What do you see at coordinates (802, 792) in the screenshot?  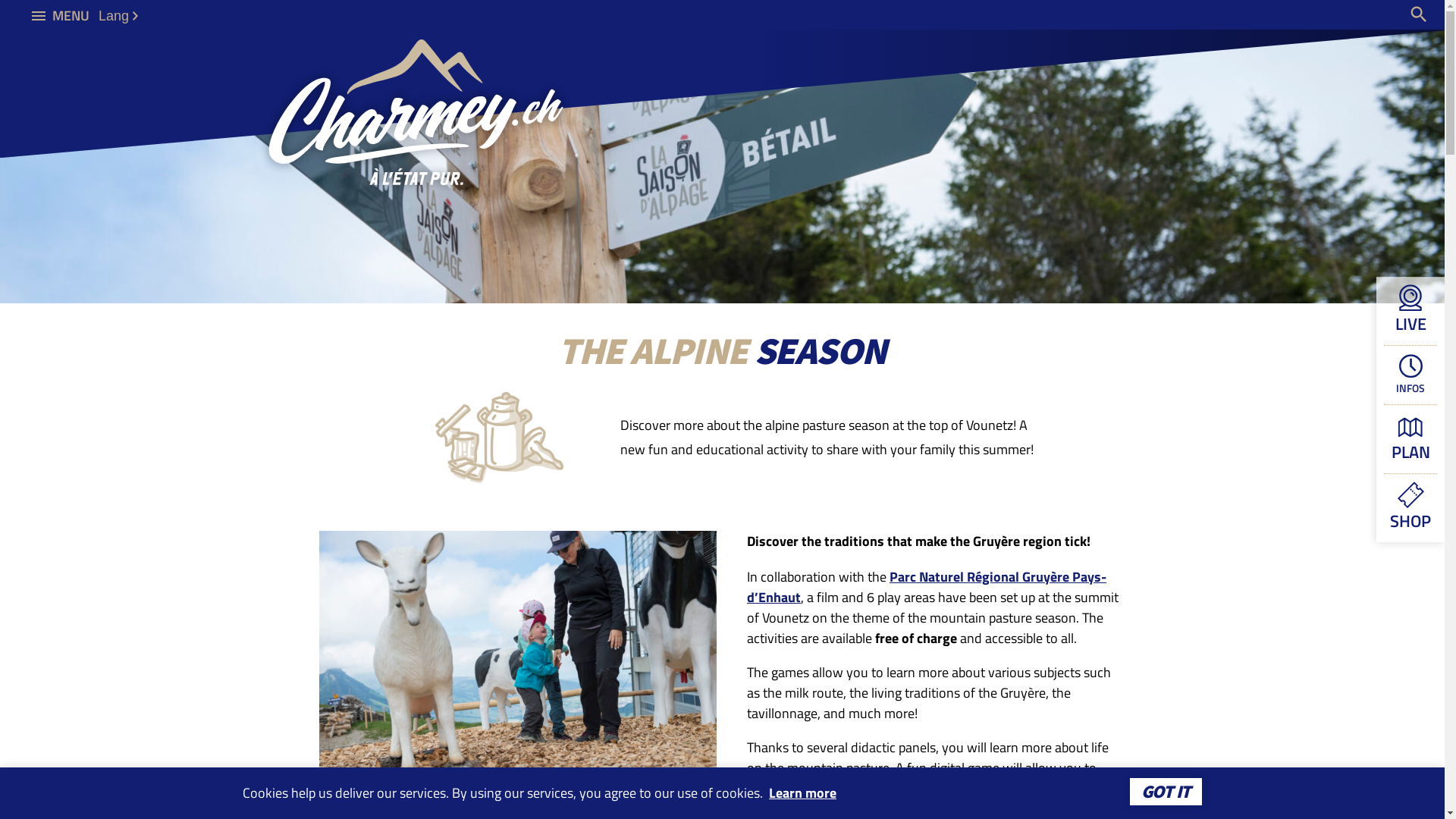 I see `'Learn more'` at bounding box center [802, 792].